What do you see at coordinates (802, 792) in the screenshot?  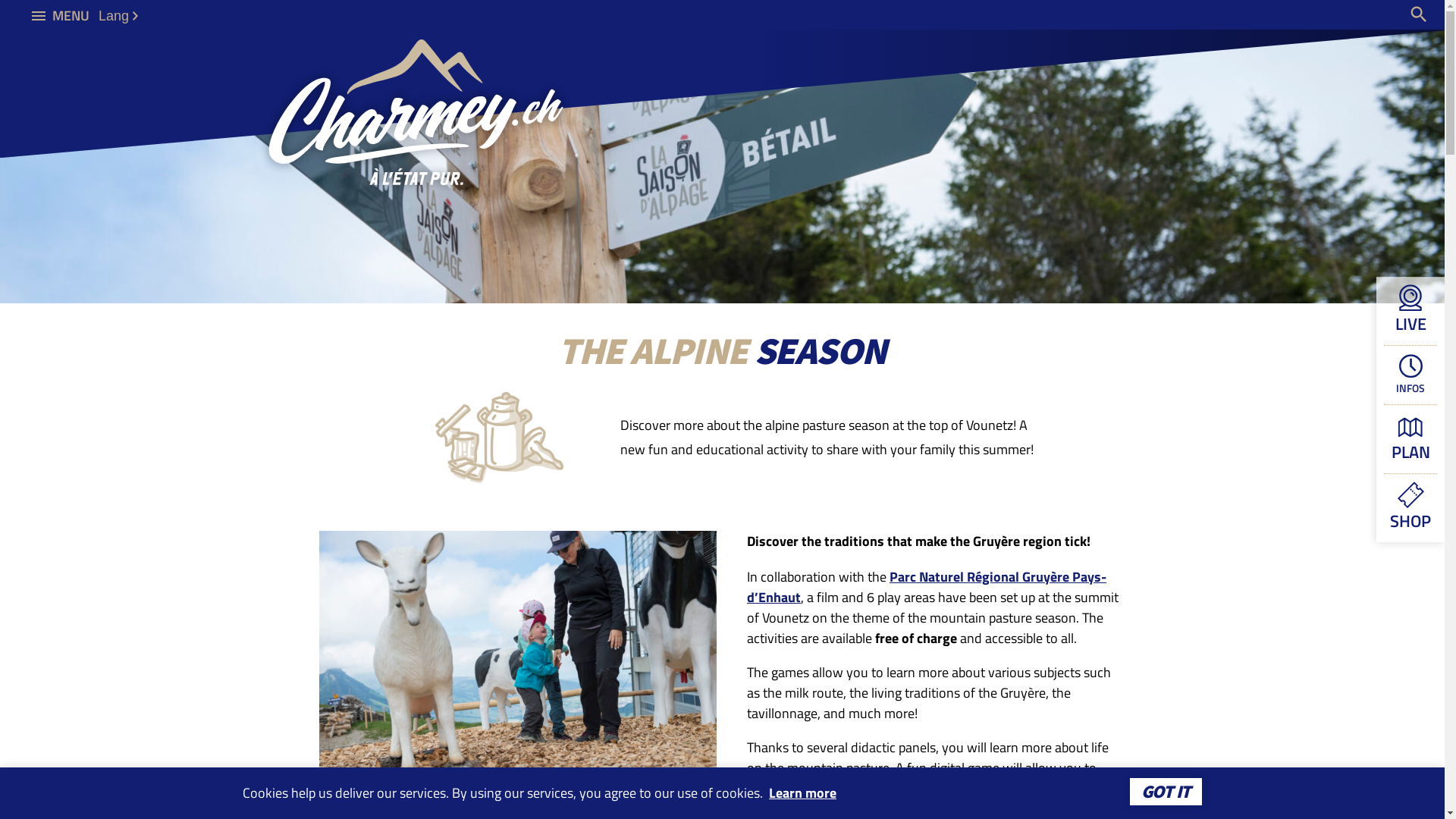 I see `'Learn more'` at bounding box center [802, 792].